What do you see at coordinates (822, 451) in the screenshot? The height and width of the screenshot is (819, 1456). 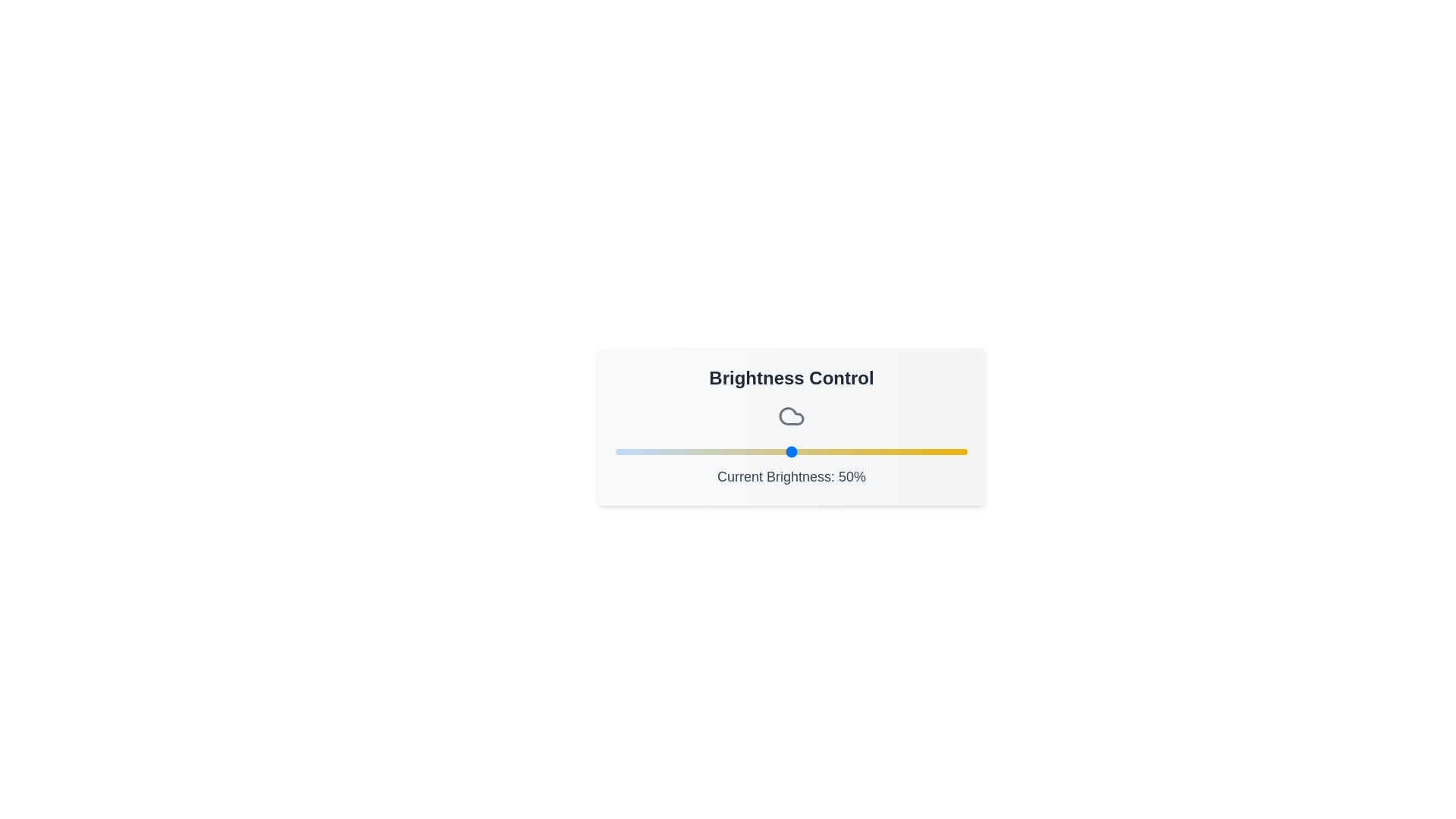 I see `the brightness slider to 59% to observe the icon change` at bounding box center [822, 451].